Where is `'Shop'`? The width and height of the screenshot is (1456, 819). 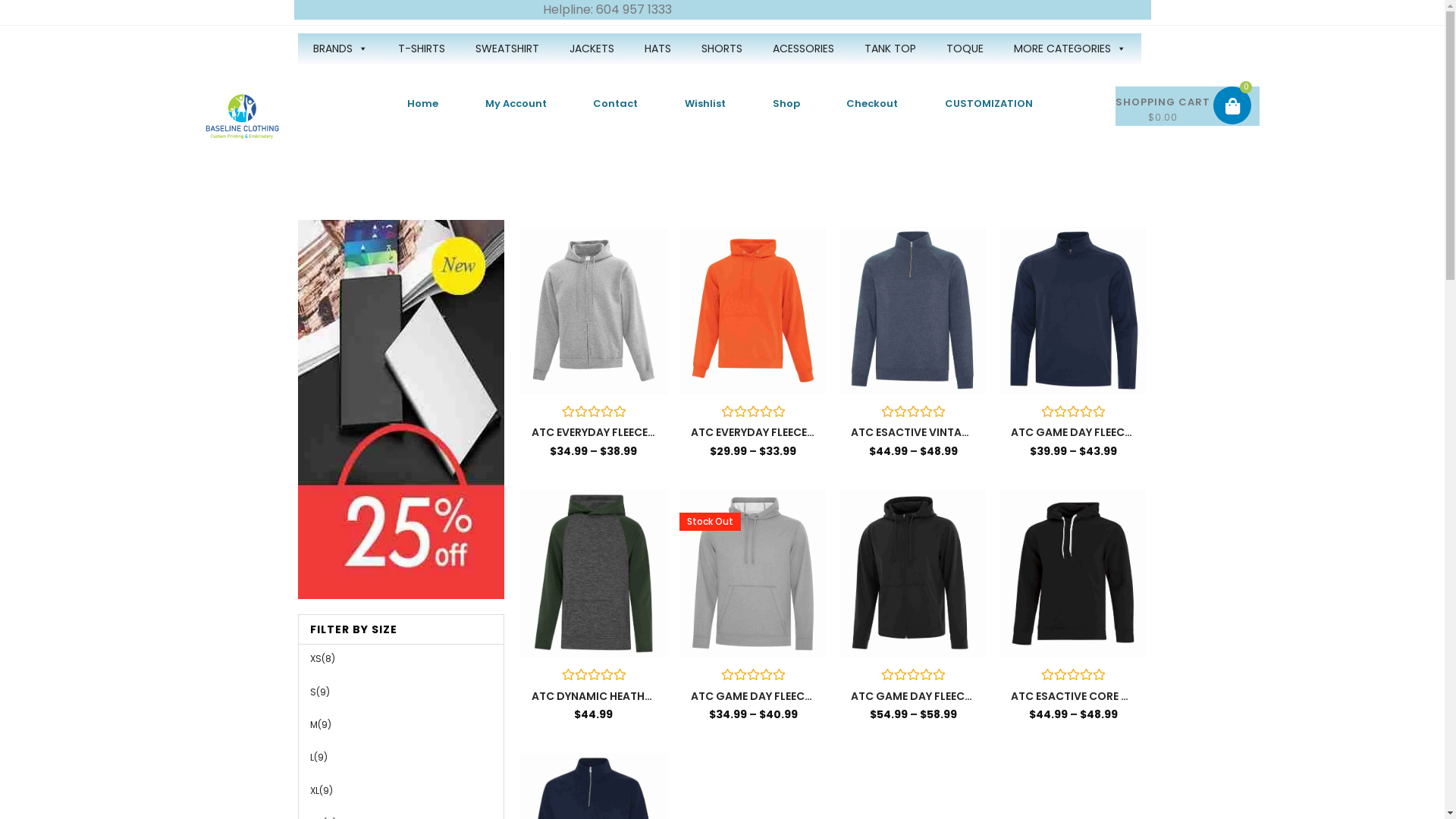 'Shop' is located at coordinates (786, 103).